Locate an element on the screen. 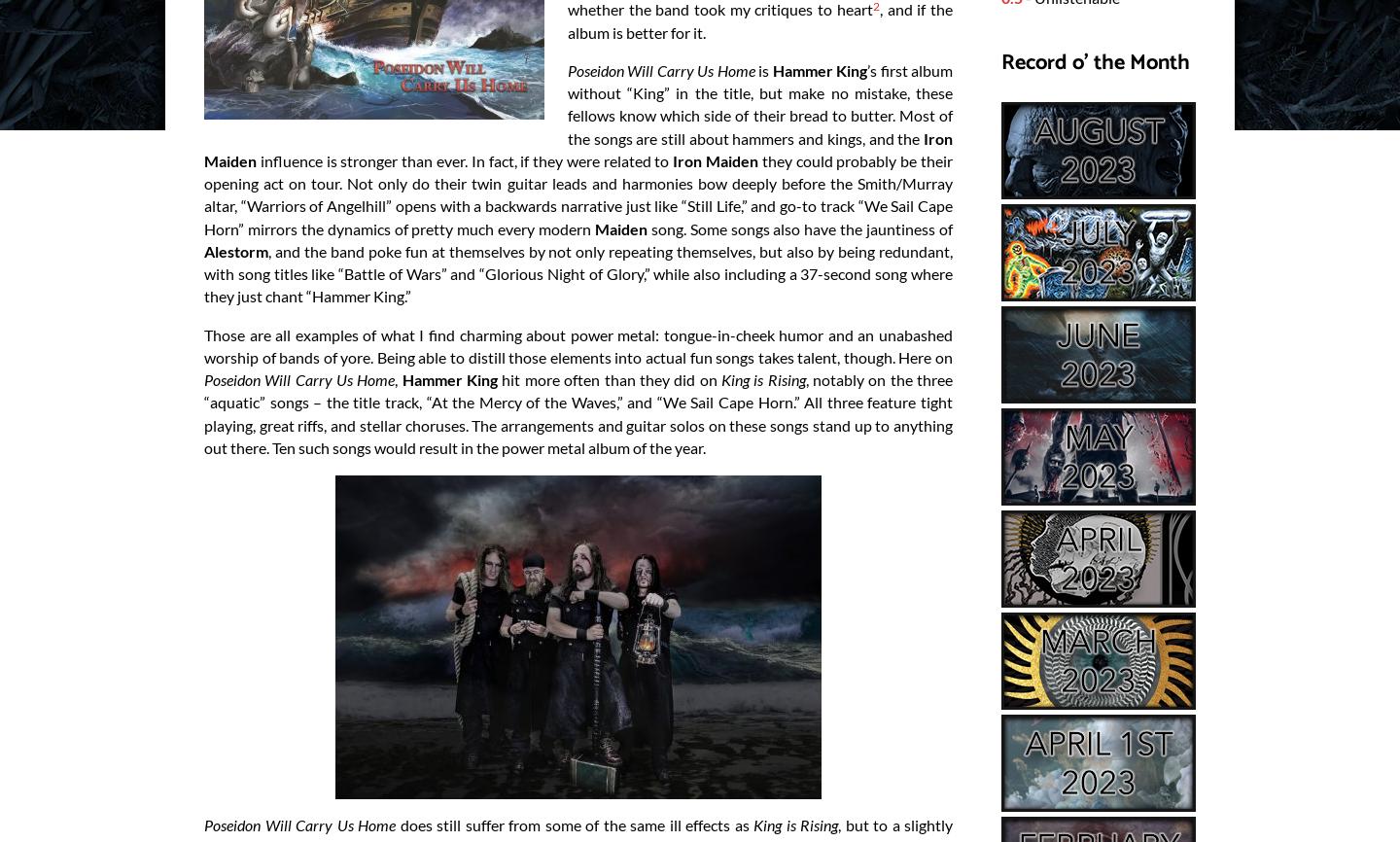  'is' is located at coordinates (764, 69).